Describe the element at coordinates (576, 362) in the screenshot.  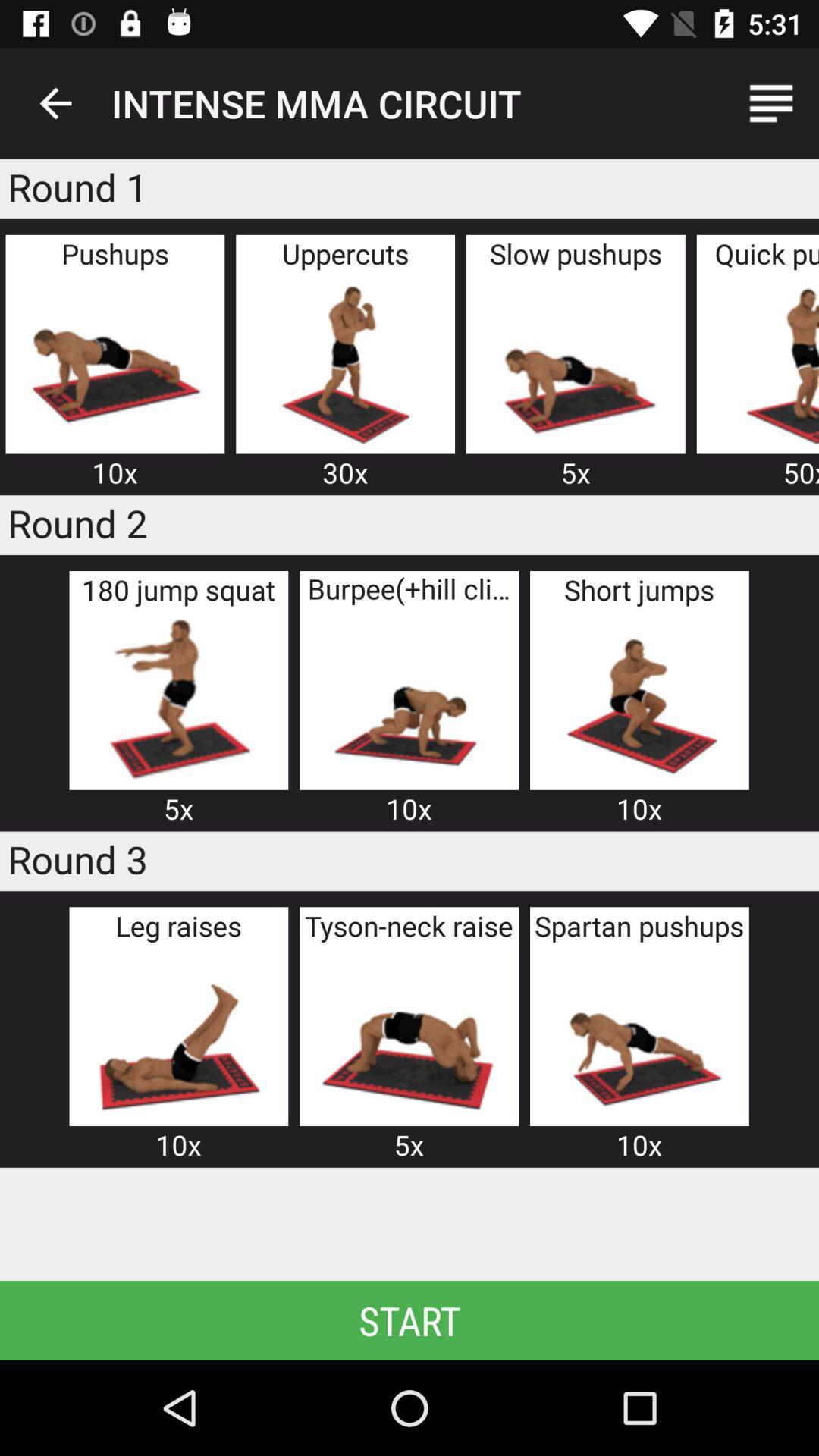
I see `the app to the right of uppercuts app` at that location.